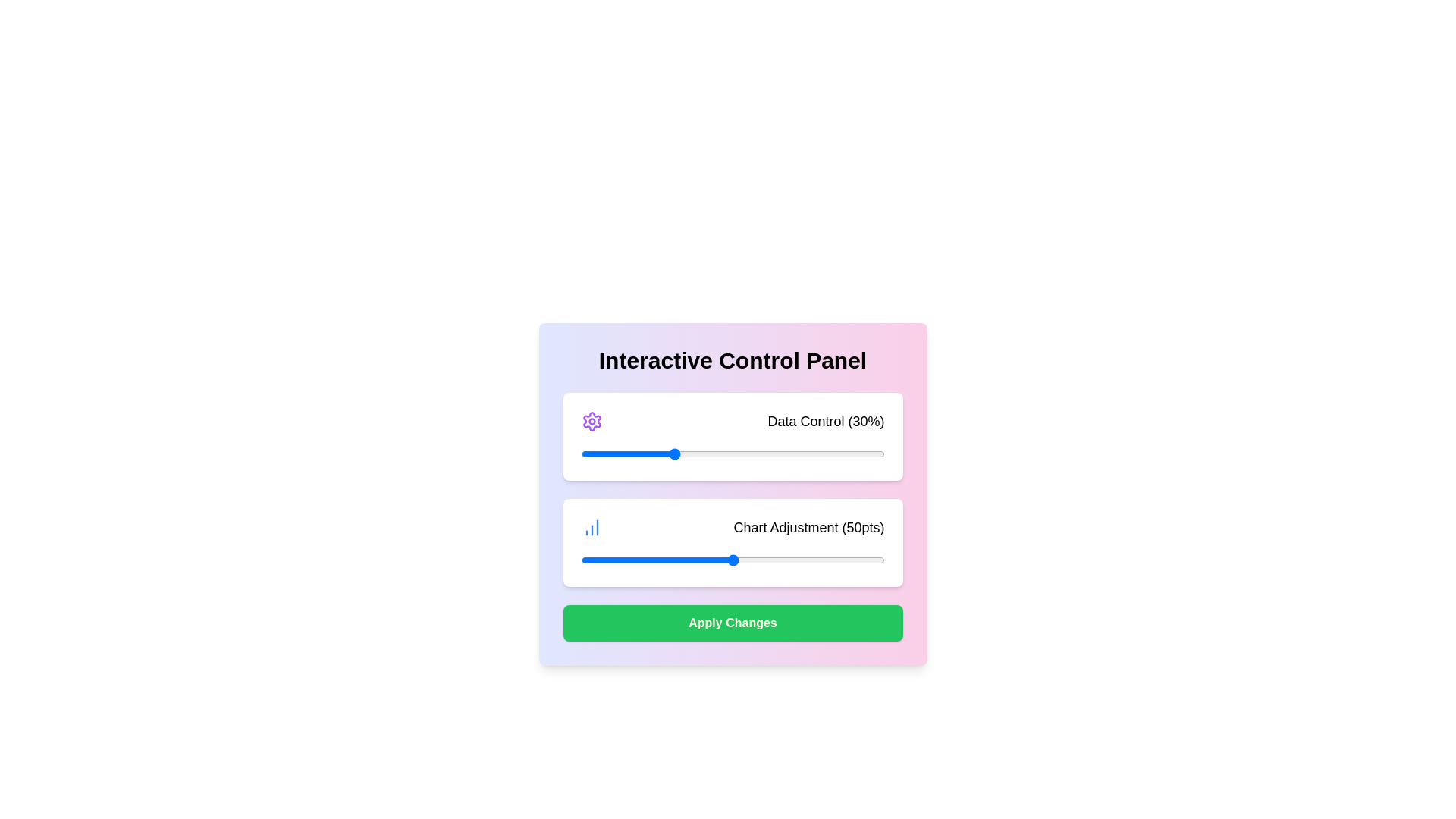 The image size is (1456, 819). Describe the element at coordinates (660, 560) in the screenshot. I see `the 'Chart Adjustment' slider to a value of 26 points` at that location.